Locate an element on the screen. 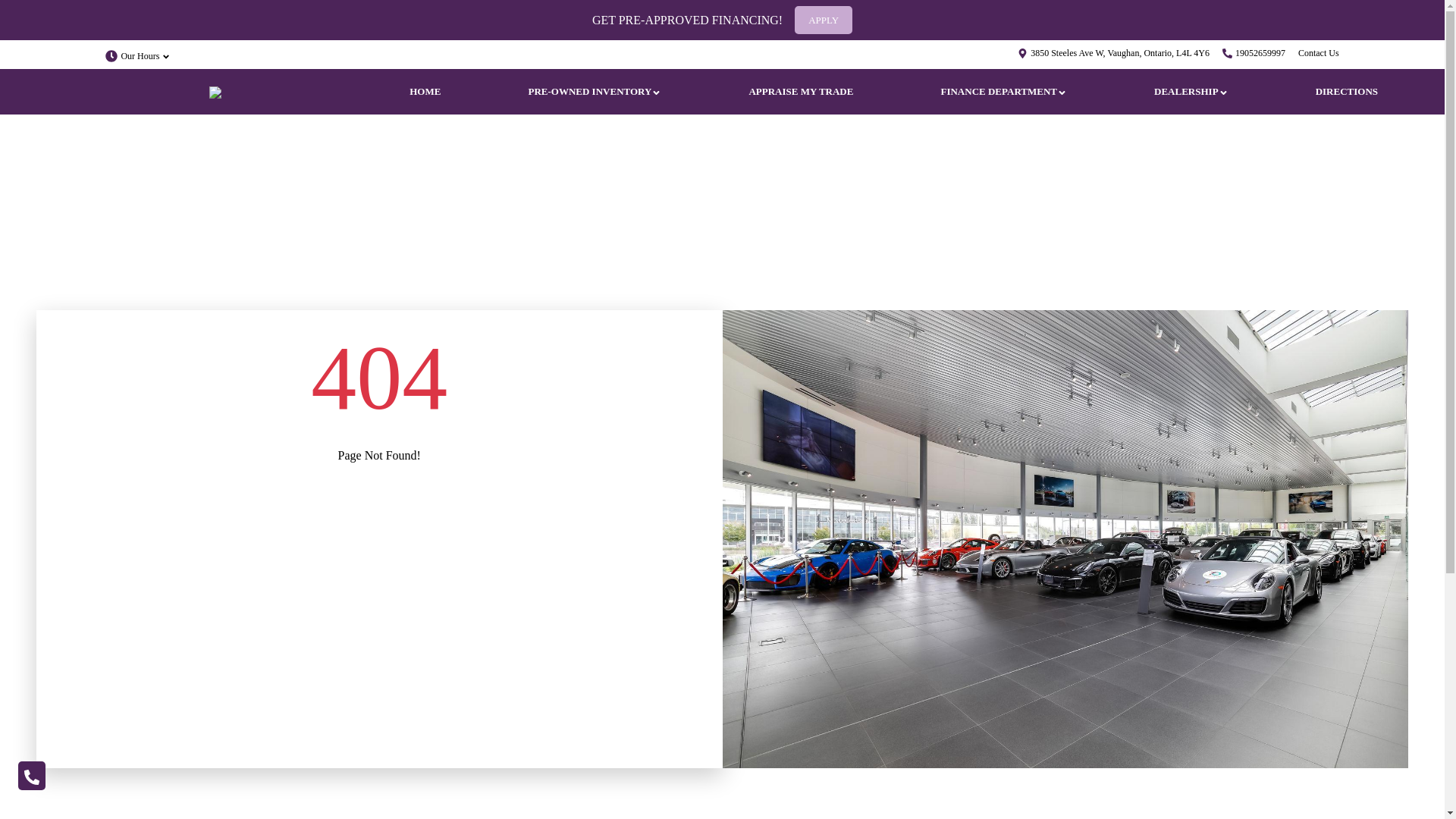 Image resolution: width=1456 pixels, height=819 pixels. 'APPRAISE MY TRADE' is located at coordinates (800, 91).